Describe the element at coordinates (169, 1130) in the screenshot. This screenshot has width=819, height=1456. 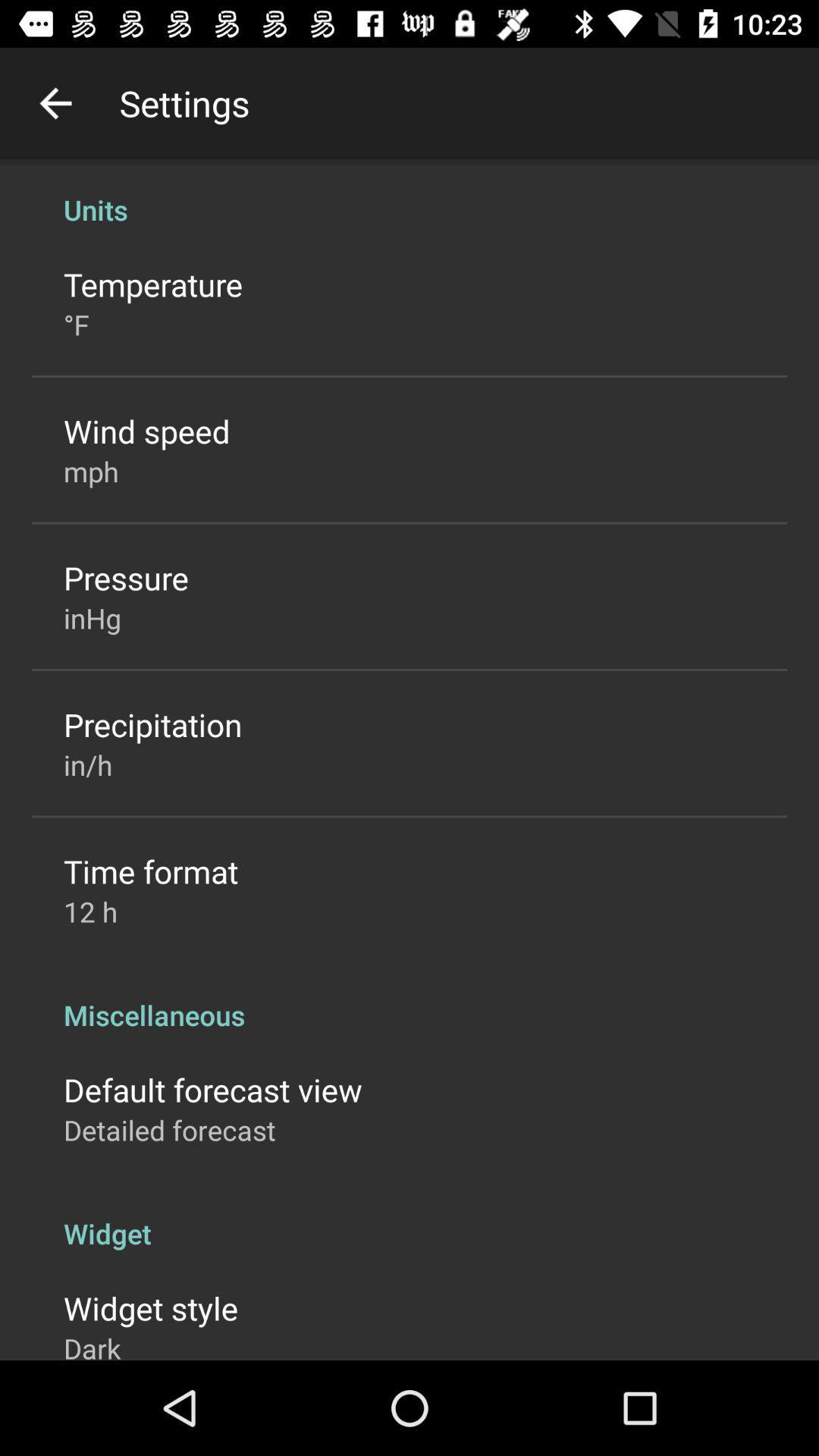
I see `detailed forecast item` at that location.